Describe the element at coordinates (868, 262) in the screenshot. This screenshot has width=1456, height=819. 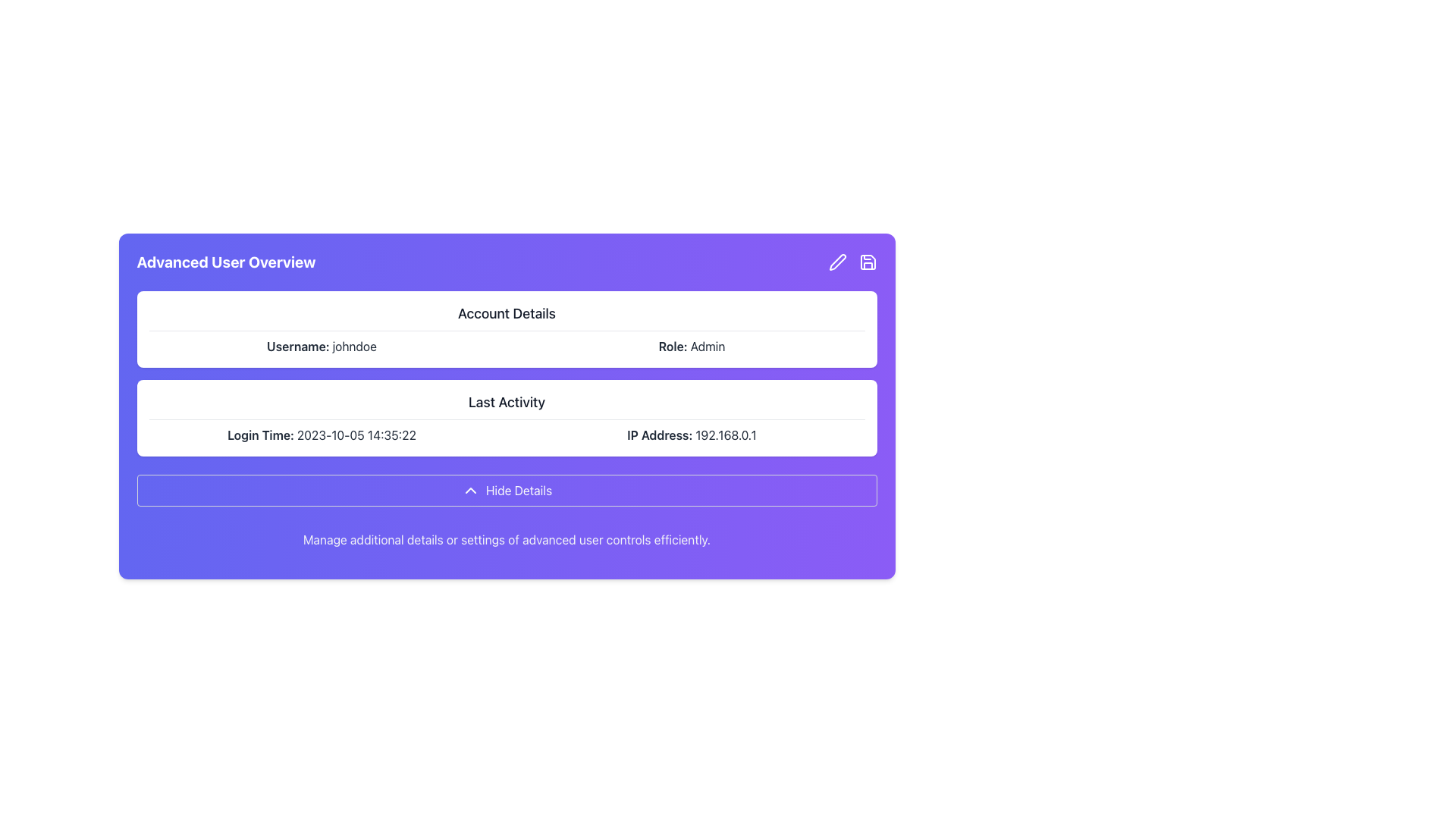
I see `the save icon, shaped like a floppy disk, located in the top-right corner of the purple user interface panel` at that location.